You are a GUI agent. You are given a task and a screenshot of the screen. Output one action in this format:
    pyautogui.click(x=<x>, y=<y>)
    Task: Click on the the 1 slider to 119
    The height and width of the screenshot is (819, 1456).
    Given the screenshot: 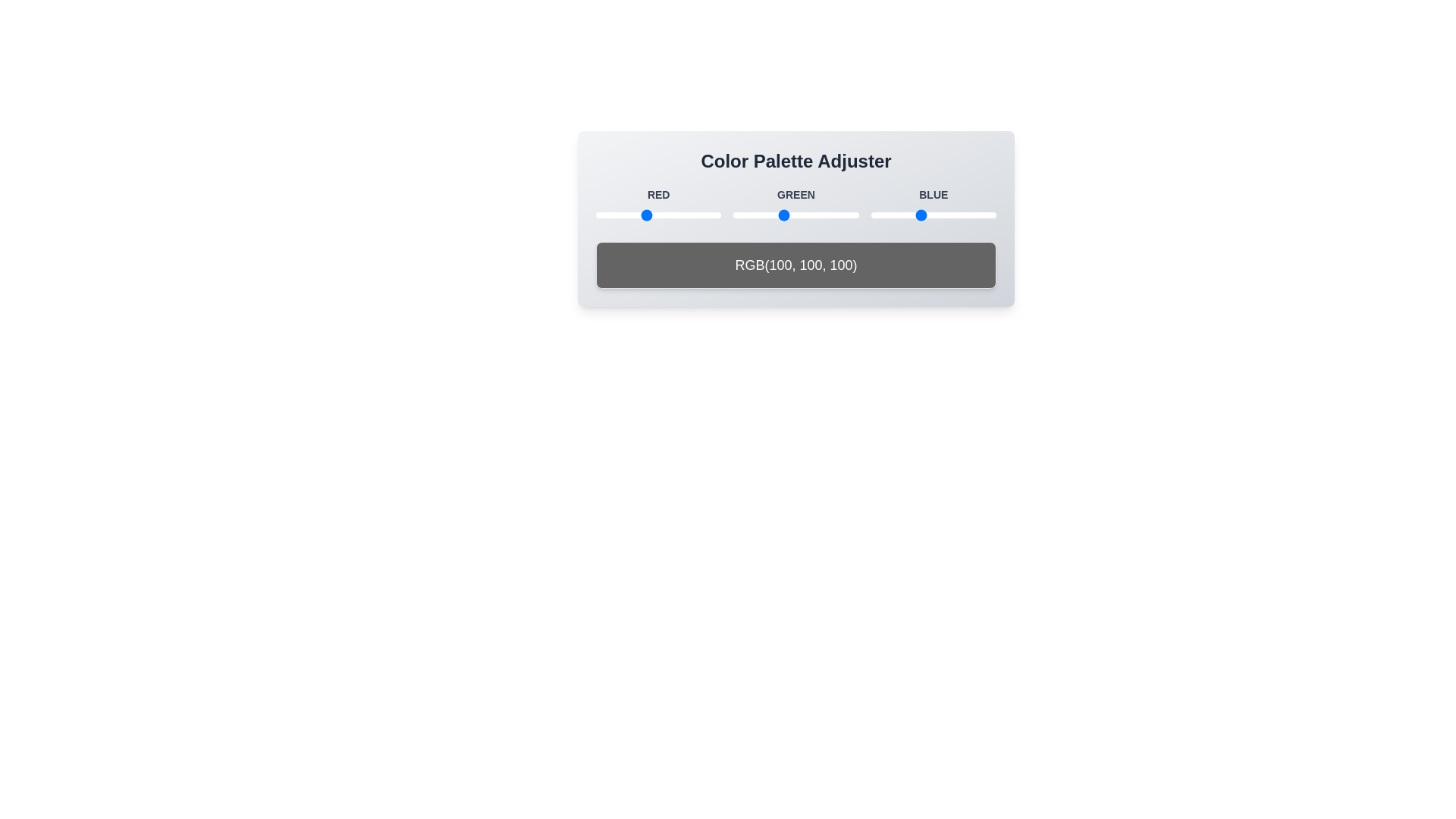 What is the action you would take?
    pyautogui.click(x=654, y=215)
    